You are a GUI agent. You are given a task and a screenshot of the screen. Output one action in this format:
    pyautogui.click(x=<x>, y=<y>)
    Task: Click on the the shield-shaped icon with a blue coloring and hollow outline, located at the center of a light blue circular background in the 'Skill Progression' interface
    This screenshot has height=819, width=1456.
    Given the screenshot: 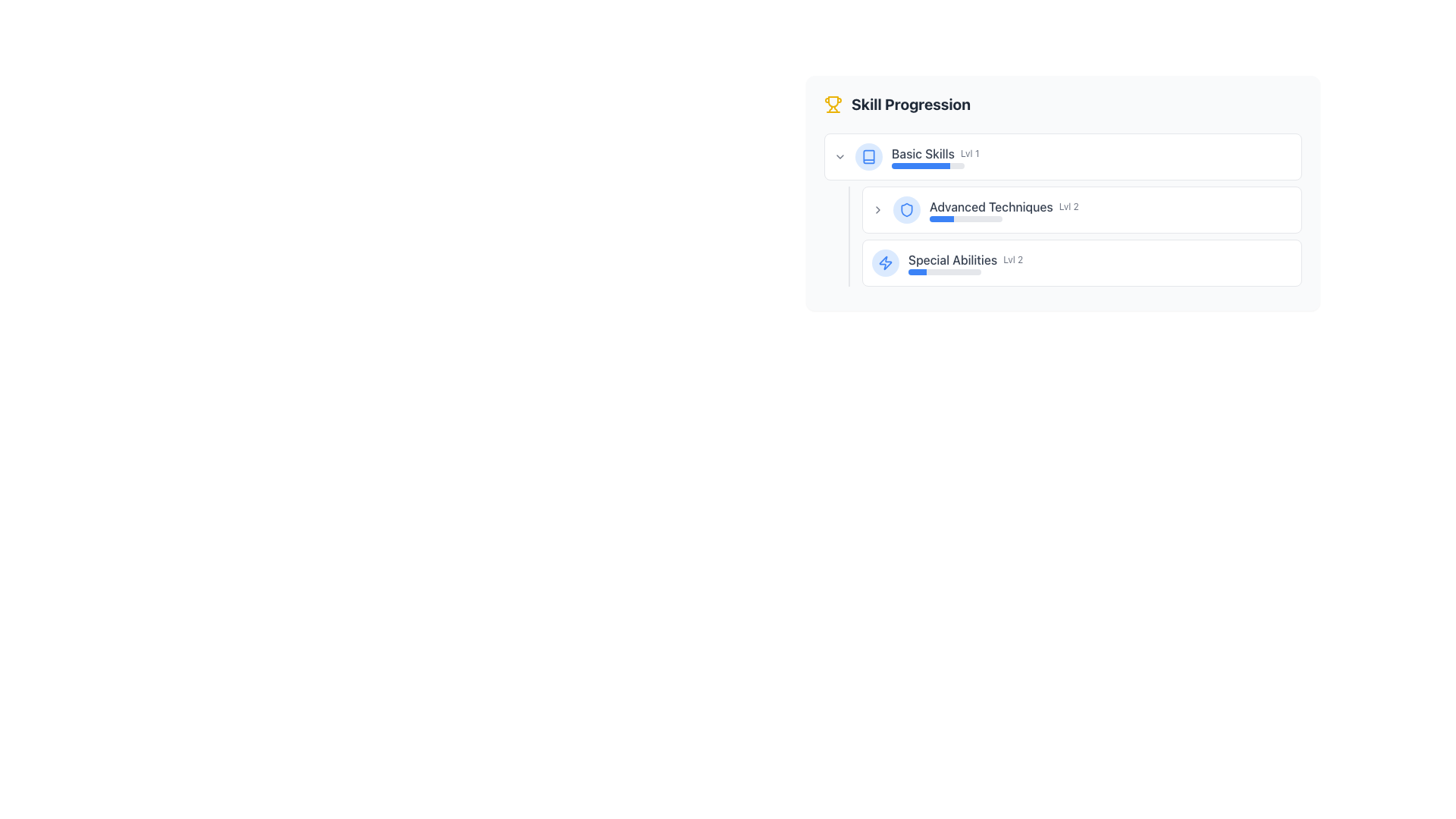 What is the action you would take?
    pyautogui.click(x=906, y=210)
    